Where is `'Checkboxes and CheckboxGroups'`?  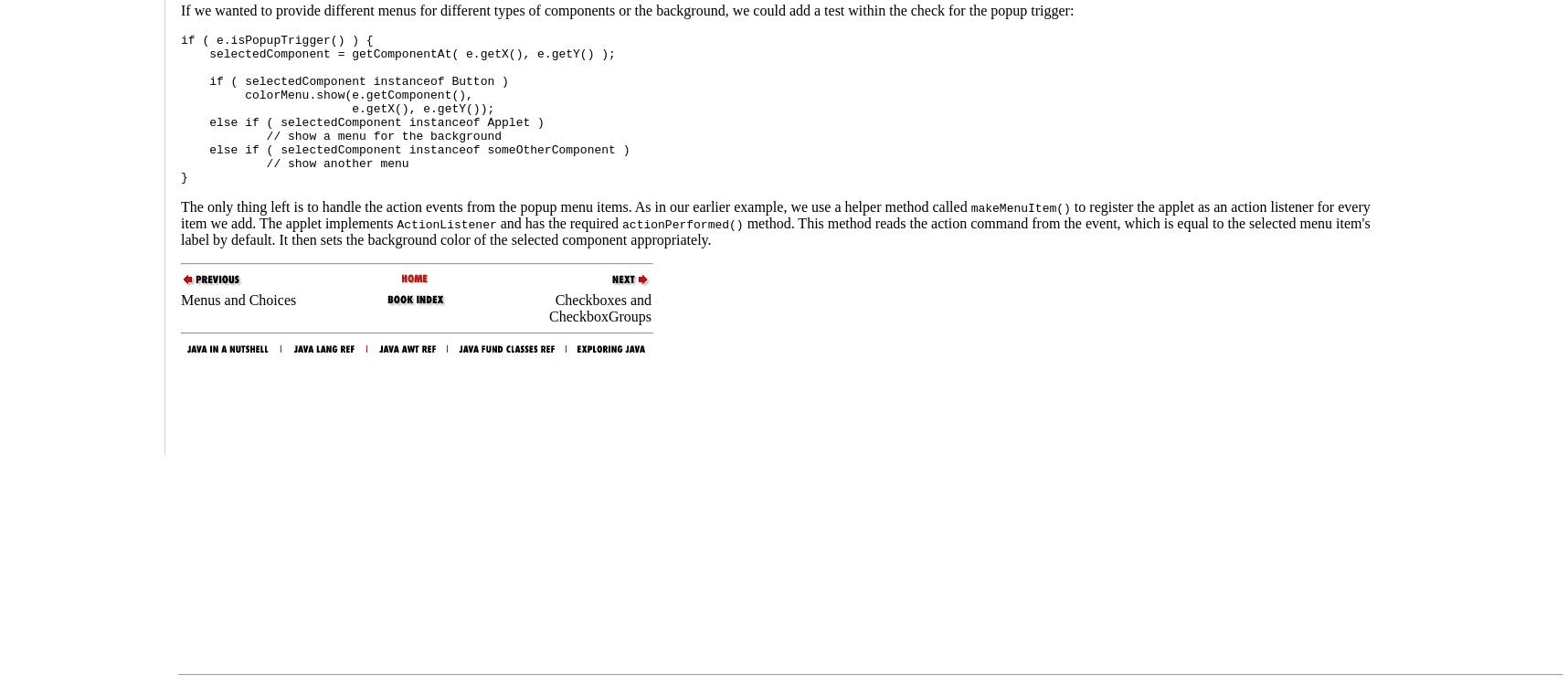
'Checkboxes and CheckboxGroups' is located at coordinates (599, 308).